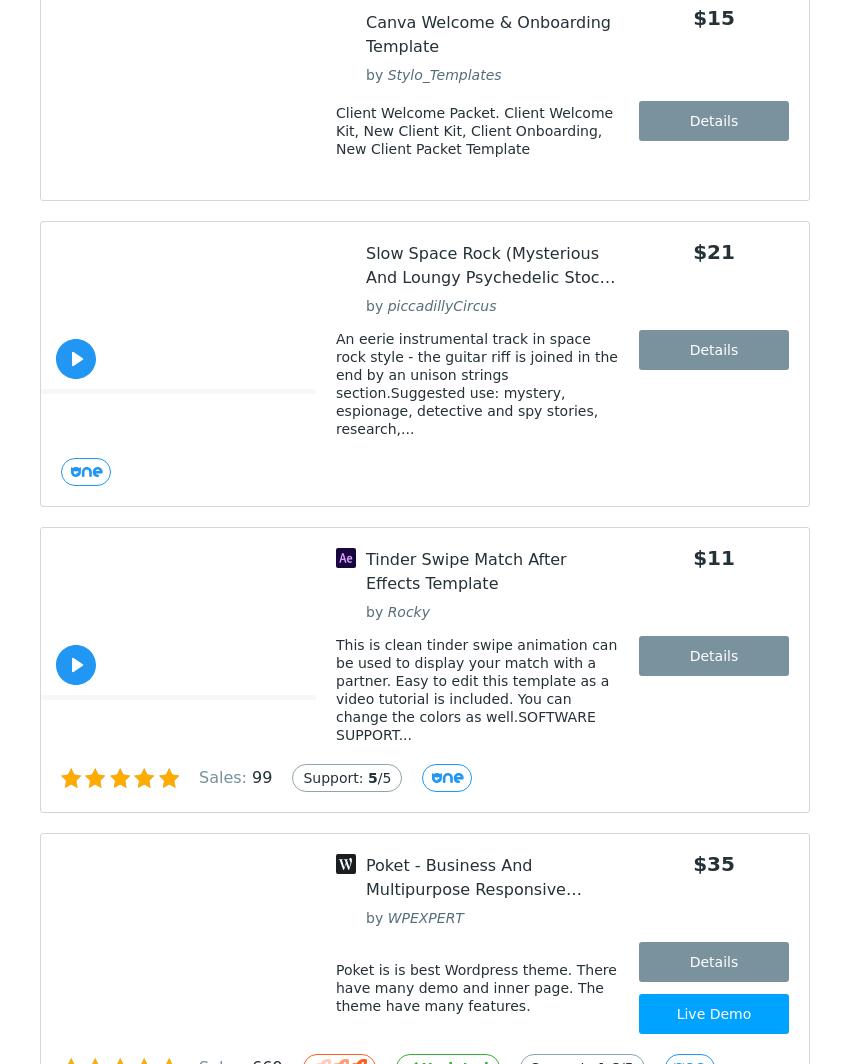 The width and height of the screenshot is (850, 1064). I want to click on 'Stylo_Templates', so click(387, 73).